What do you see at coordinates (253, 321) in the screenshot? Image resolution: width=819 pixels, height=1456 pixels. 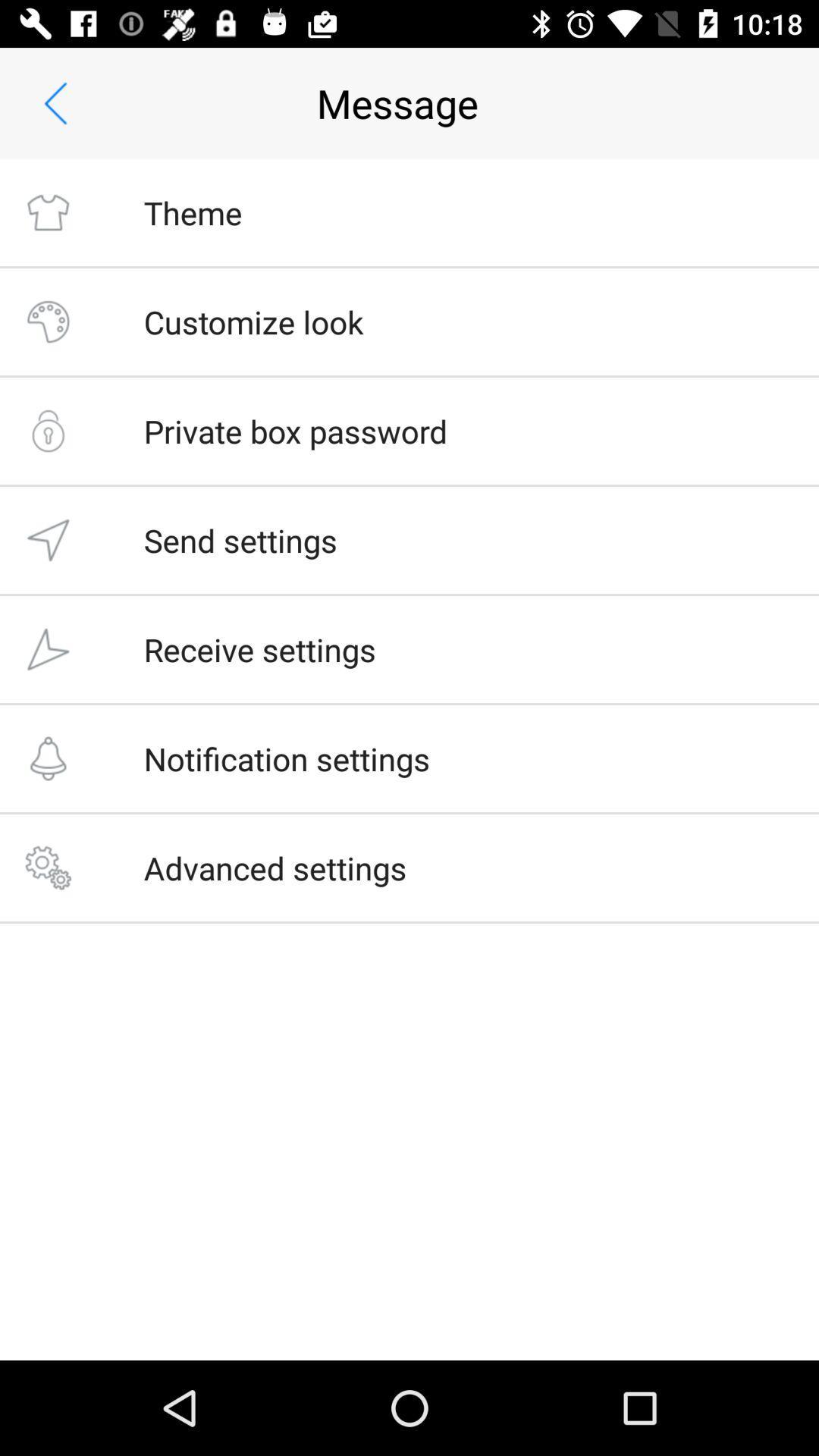 I see `icon above the private box password` at bounding box center [253, 321].